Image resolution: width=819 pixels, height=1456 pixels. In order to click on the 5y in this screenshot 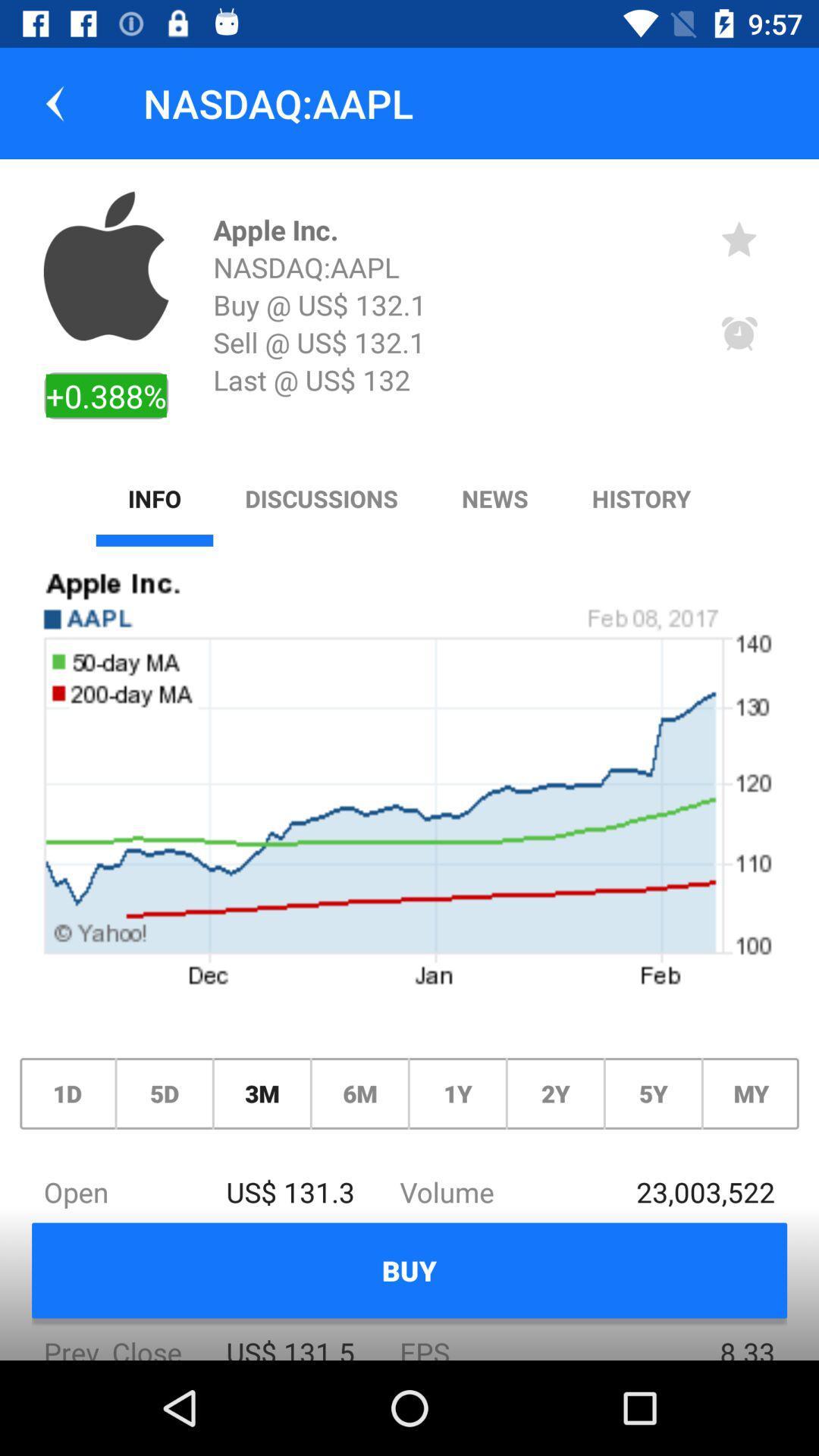, I will do `click(652, 1094)`.